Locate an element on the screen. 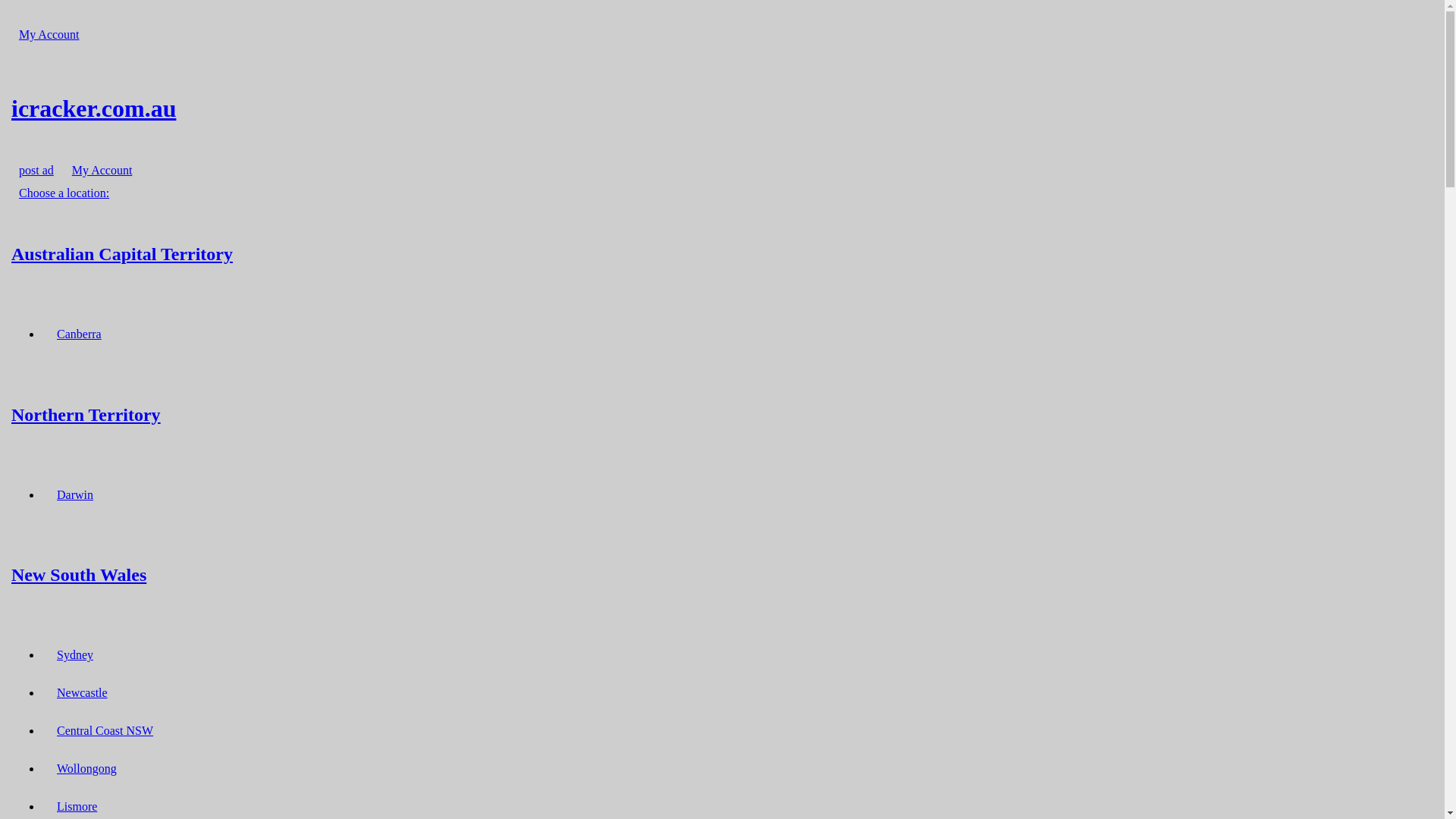 The height and width of the screenshot is (819, 1456). 'Canberra' is located at coordinates (78, 333).